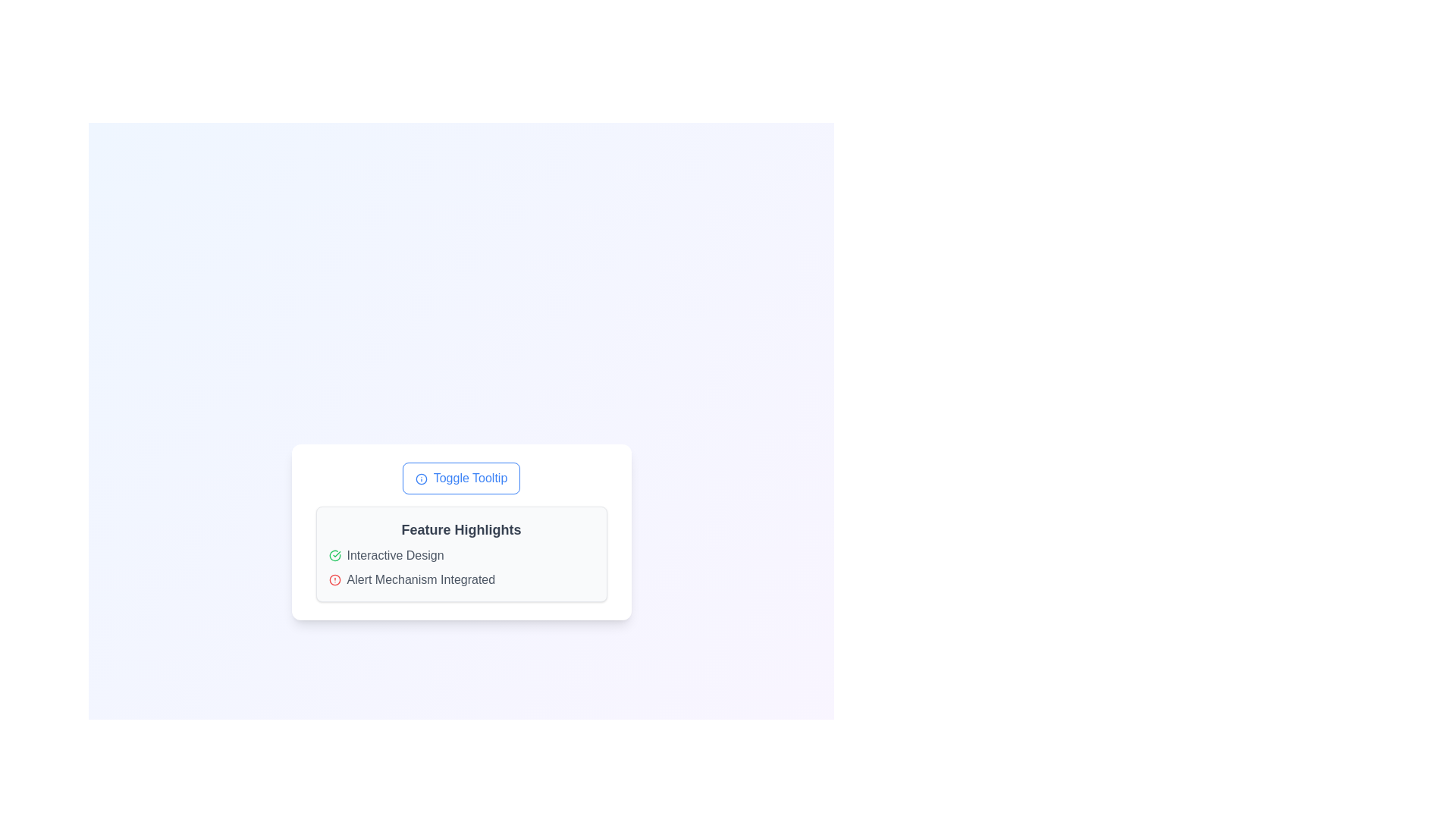  What do you see at coordinates (460, 532) in the screenshot?
I see `the Information Panel that contains the title 'Feature Highlights' and two lines of text with icons, positioned centrally beneath the 'Toggle Tooltip' button` at bounding box center [460, 532].